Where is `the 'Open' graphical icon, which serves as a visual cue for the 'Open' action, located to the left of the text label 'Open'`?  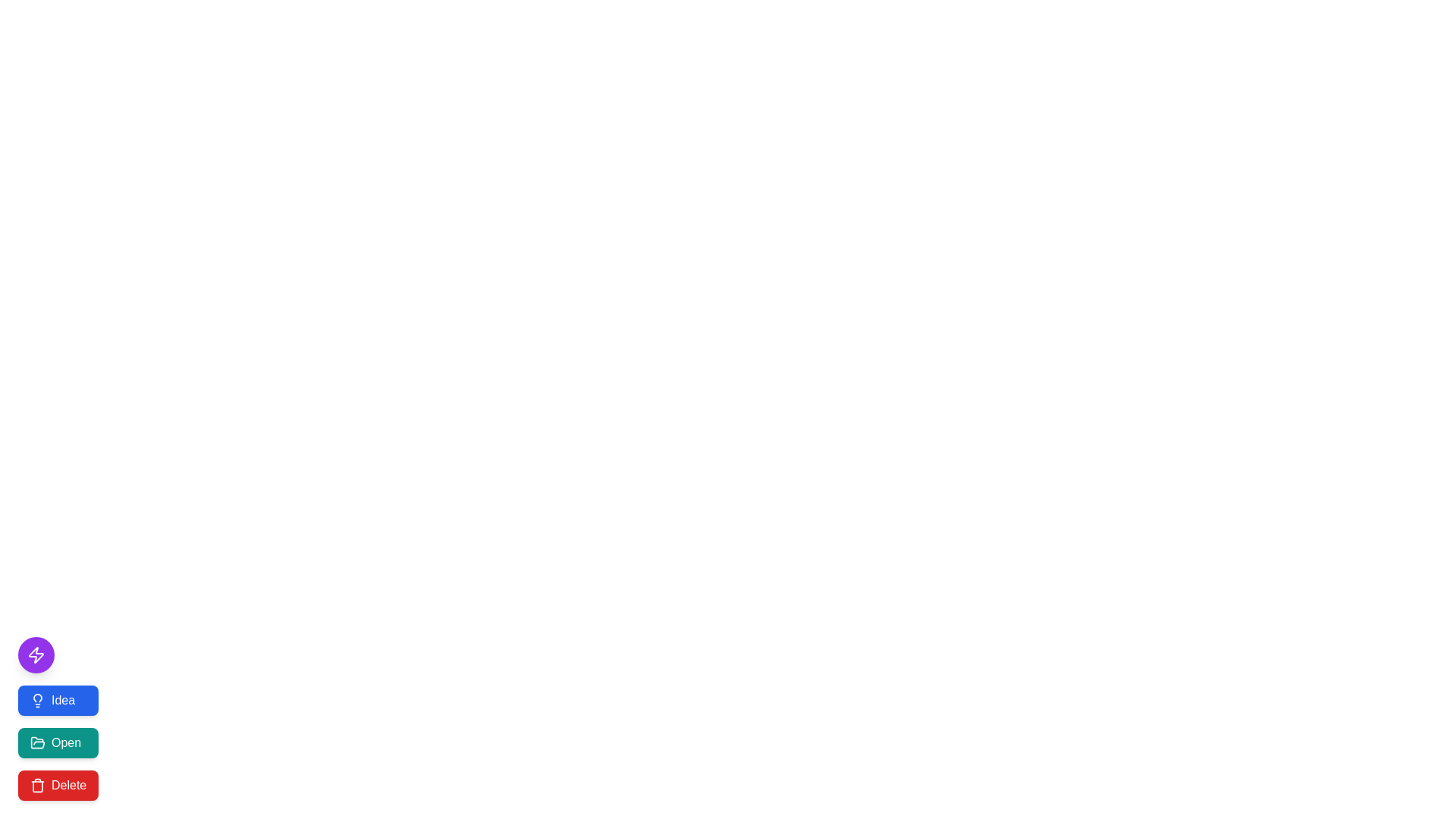 the 'Open' graphical icon, which serves as a visual cue for the 'Open' action, located to the left of the text label 'Open' is located at coordinates (37, 742).